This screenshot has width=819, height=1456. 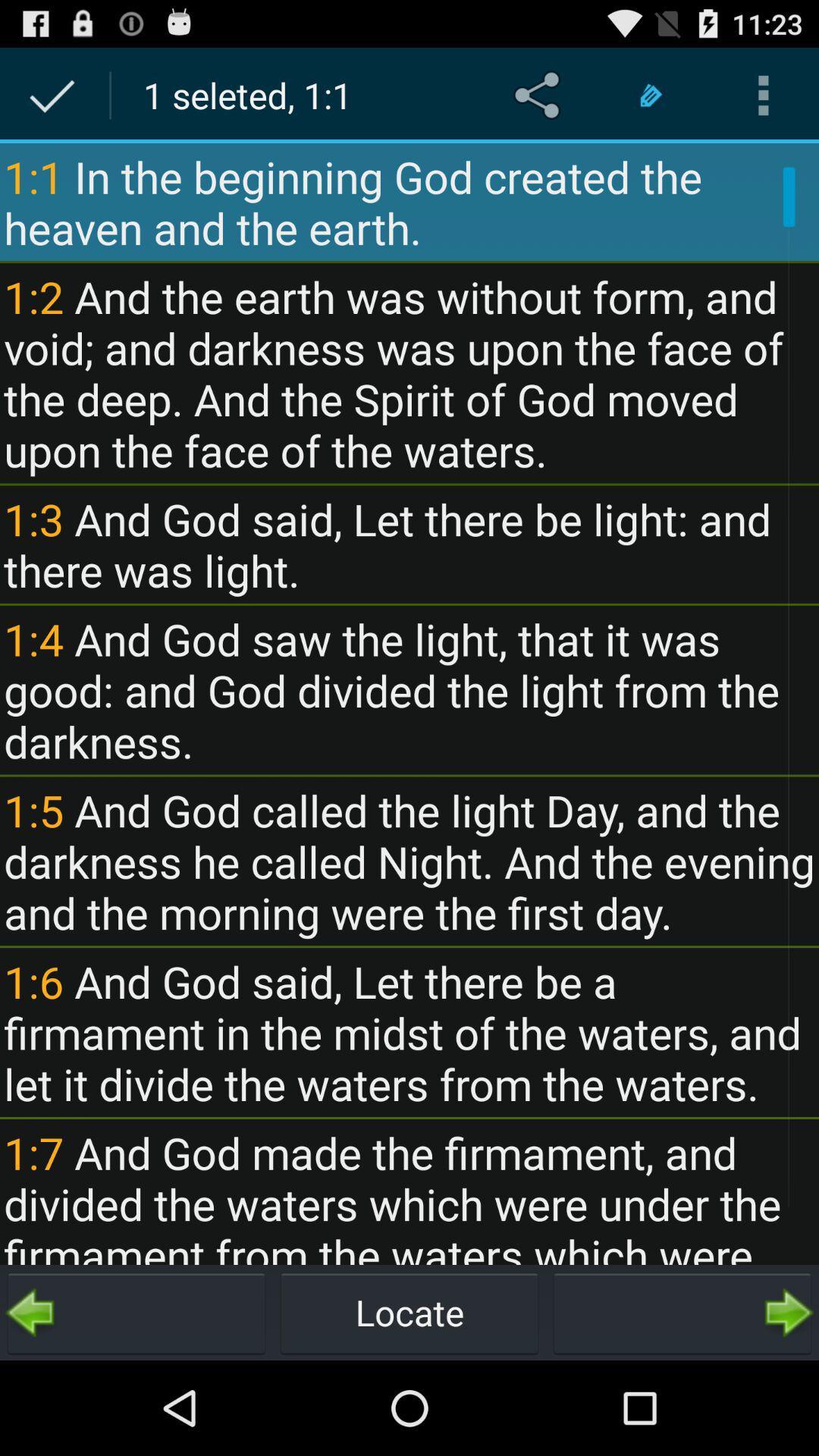 I want to click on go next page, so click(x=681, y=1312).